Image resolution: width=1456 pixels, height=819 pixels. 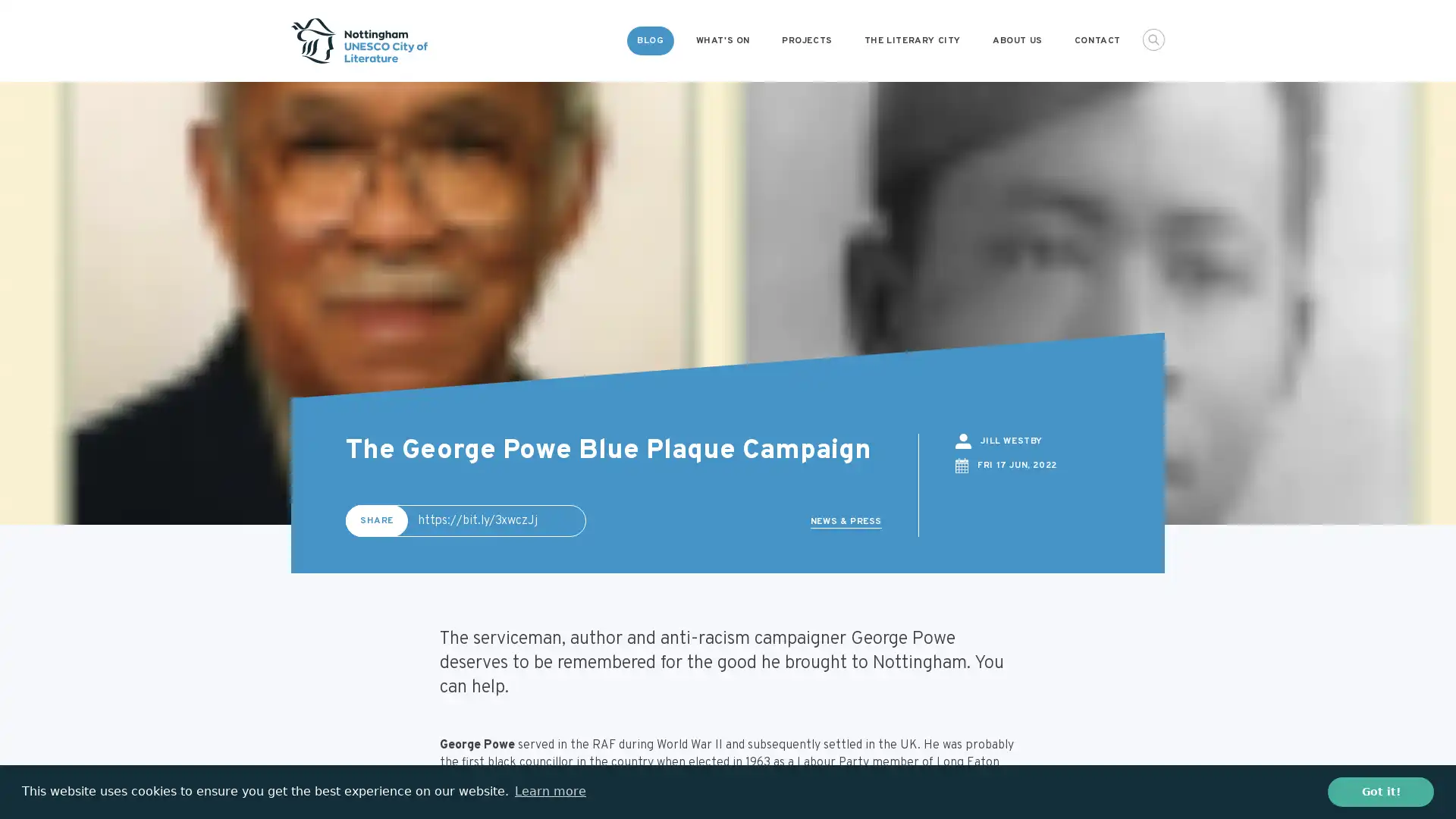 What do you see at coordinates (1380, 791) in the screenshot?
I see `dismiss cookie message` at bounding box center [1380, 791].